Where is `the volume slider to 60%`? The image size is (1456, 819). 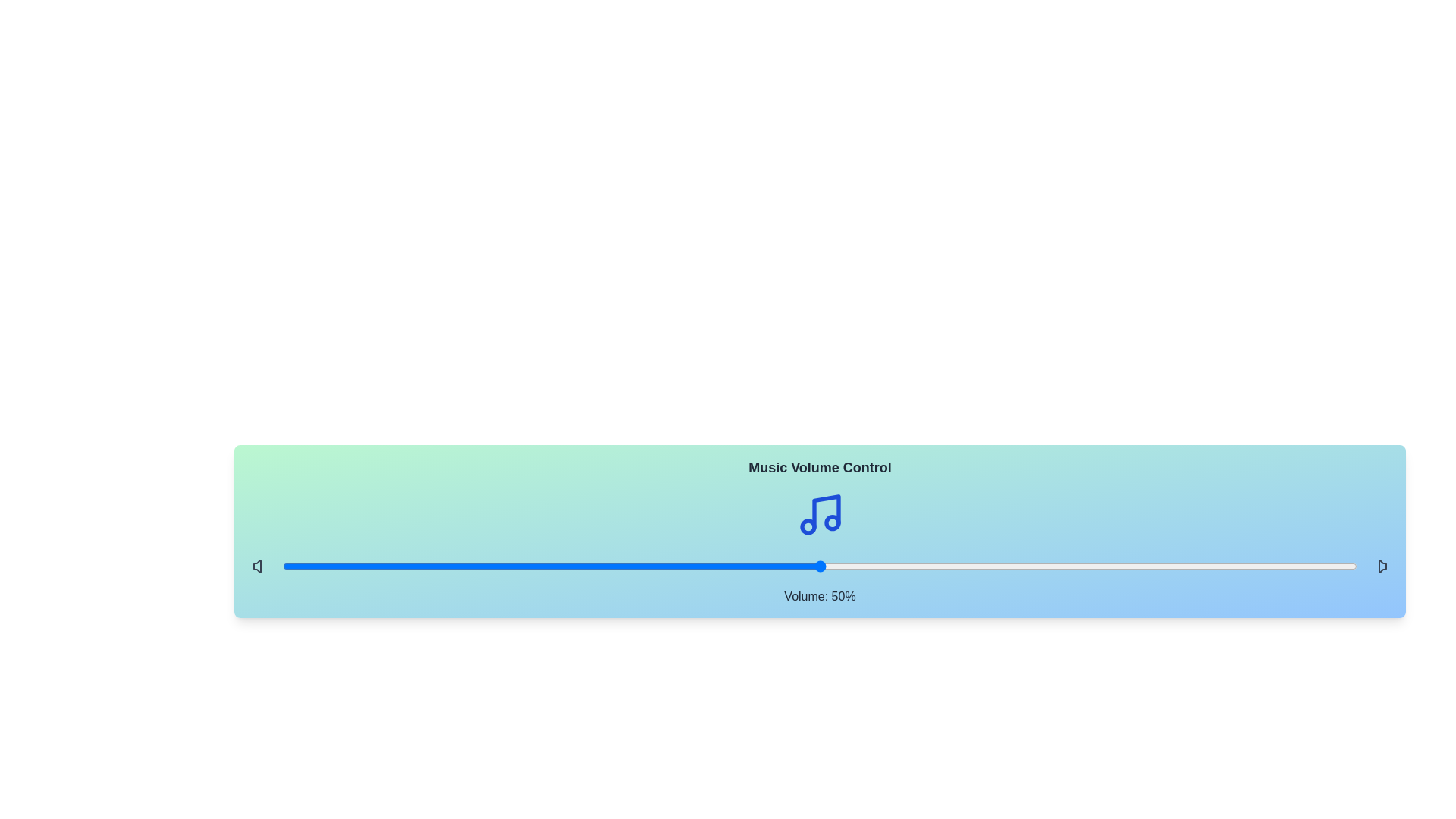 the volume slider to 60% is located at coordinates (927, 566).